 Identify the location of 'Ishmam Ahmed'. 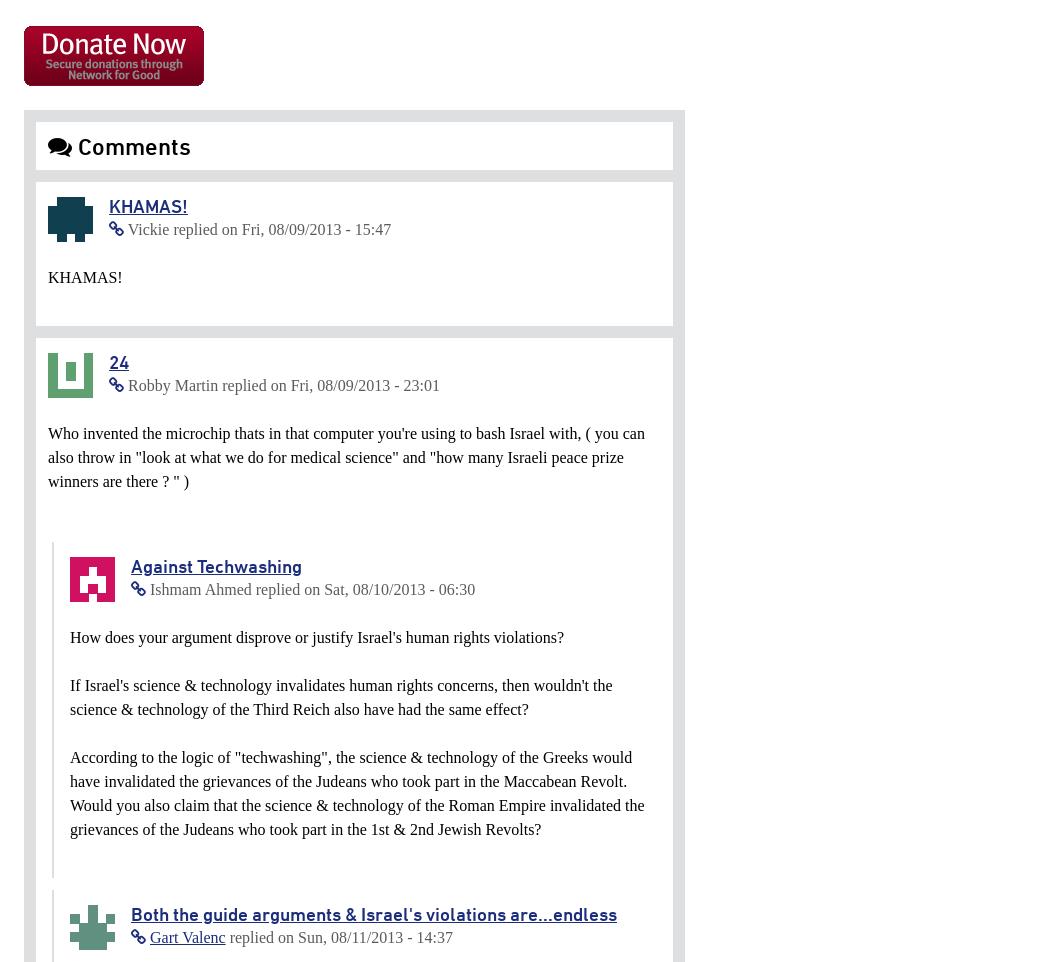
(199, 588).